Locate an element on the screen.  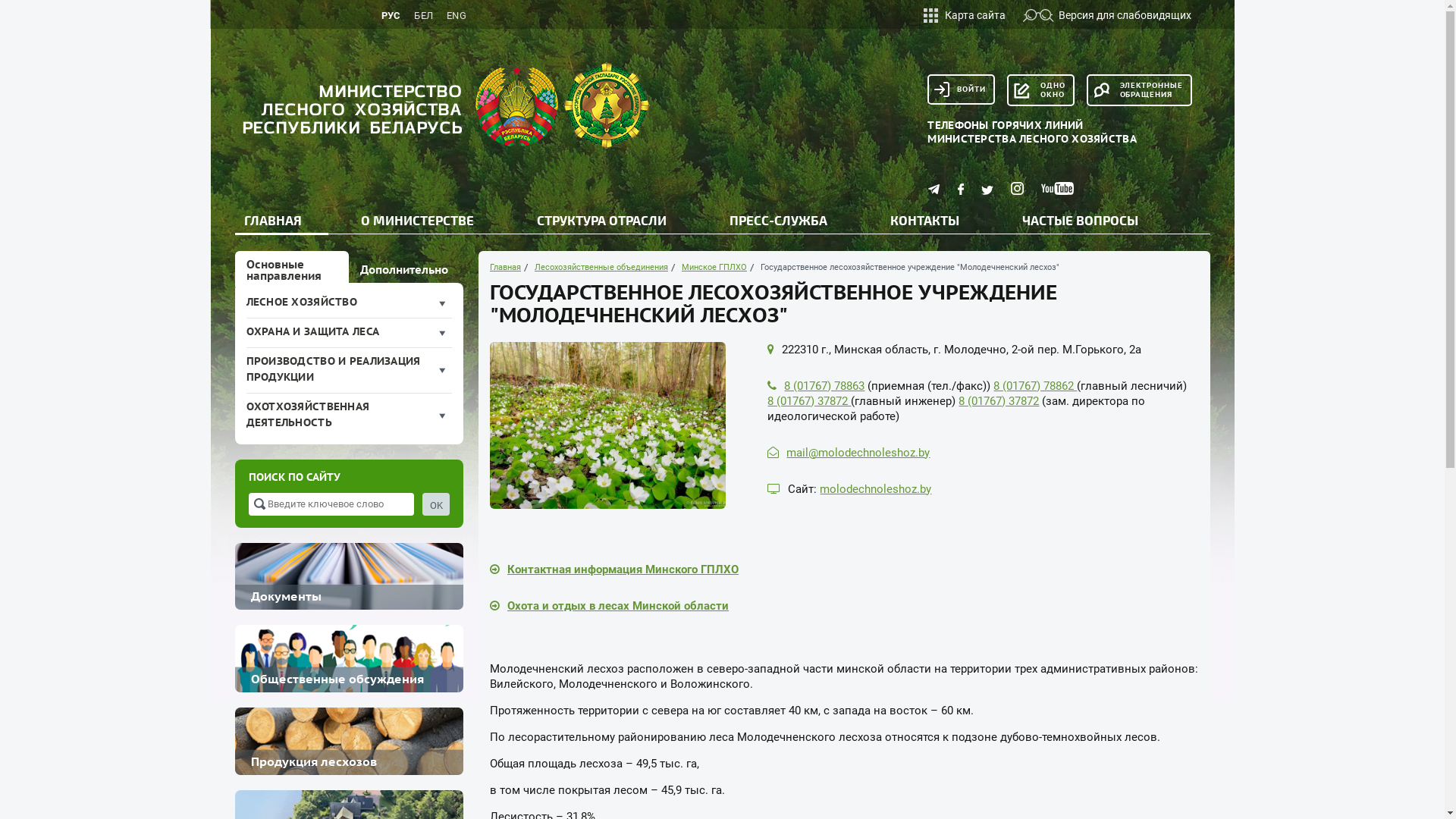
'OK' is located at coordinates (435, 504).